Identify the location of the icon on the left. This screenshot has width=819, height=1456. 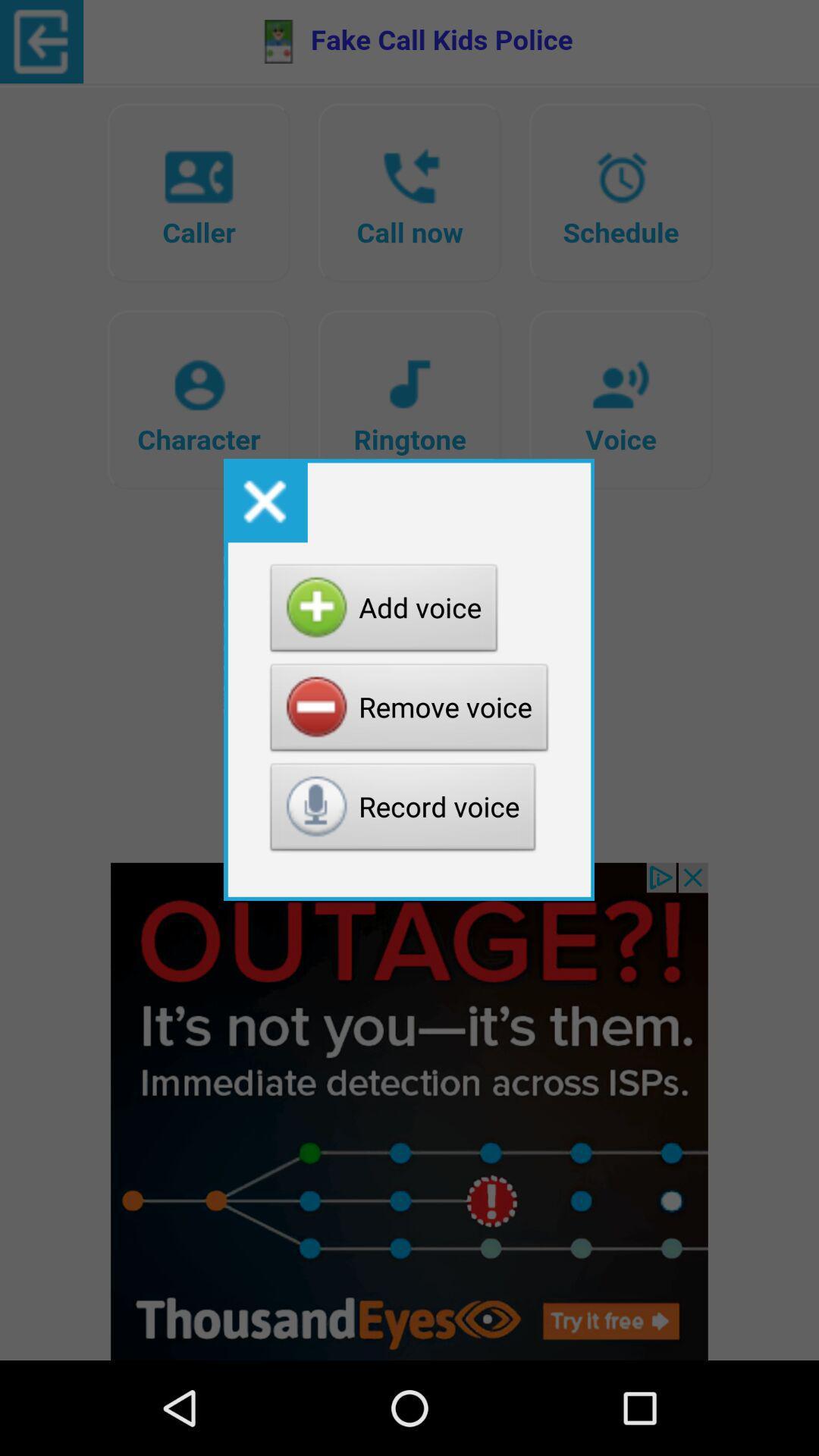
(265, 500).